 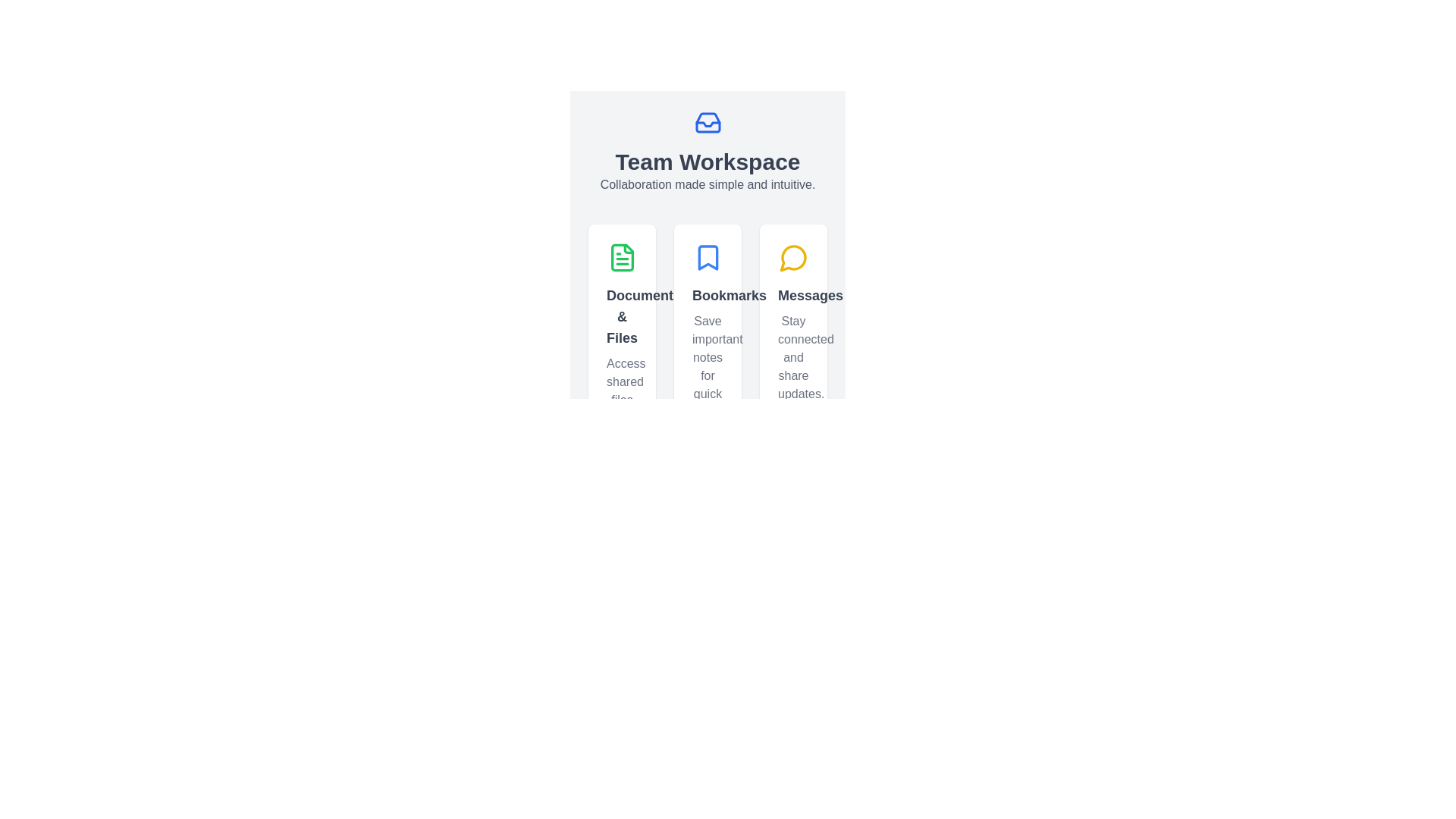 I want to click on the messaging icon located in the lower-right corner of the 'Messages' card, which is the third card in a vertical arrangement of three cards, so click(x=792, y=257).